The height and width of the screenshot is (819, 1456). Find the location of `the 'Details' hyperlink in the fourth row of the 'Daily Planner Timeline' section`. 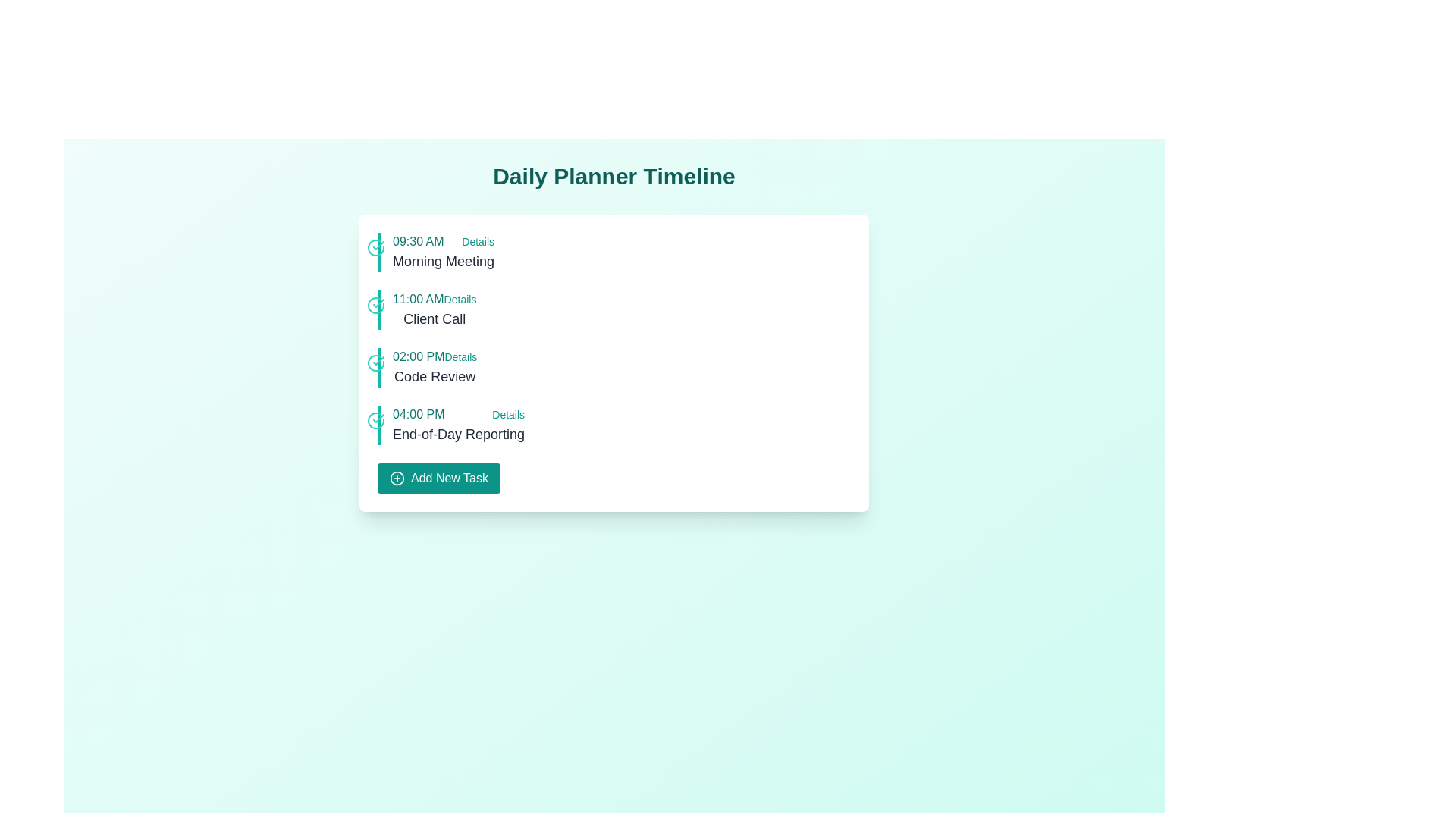

the 'Details' hyperlink in the fourth row of the 'Daily Planner Timeline' section is located at coordinates (508, 415).